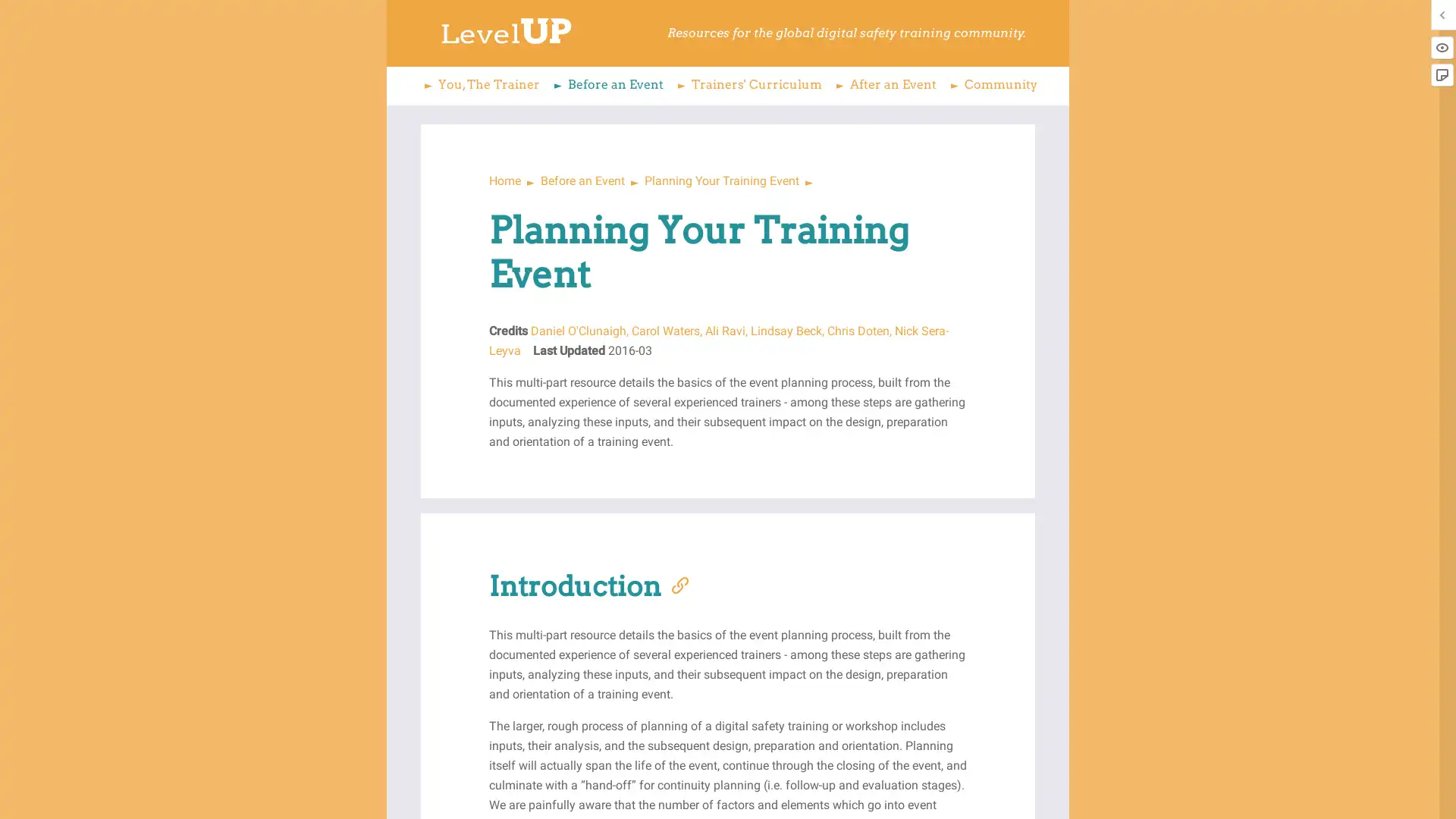  What do you see at coordinates (1441, 46) in the screenshot?
I see `Show highlights` at bounding box center [1441, 46].